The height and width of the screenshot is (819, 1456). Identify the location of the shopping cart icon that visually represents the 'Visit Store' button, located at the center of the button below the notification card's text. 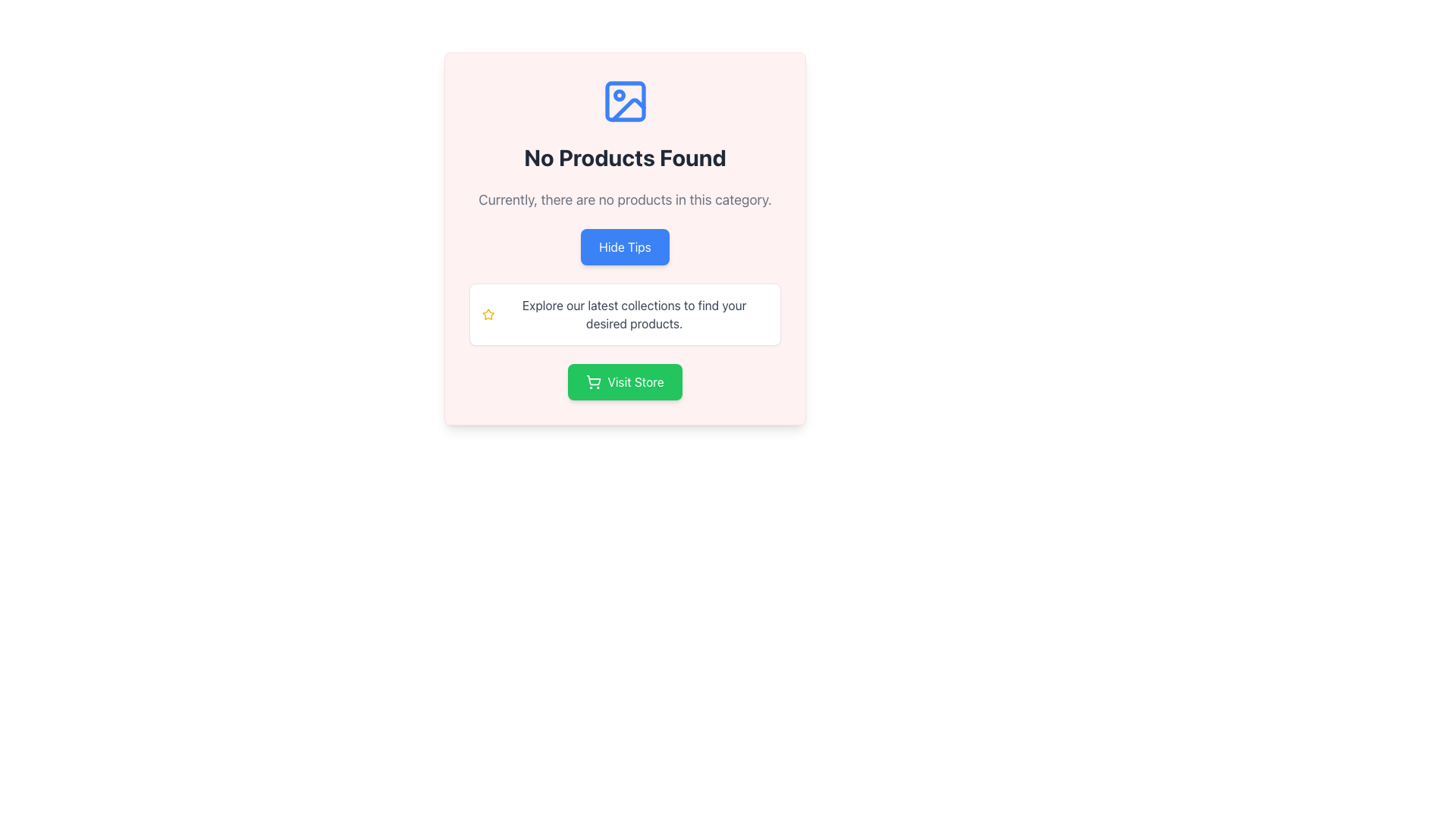
(593, 381).